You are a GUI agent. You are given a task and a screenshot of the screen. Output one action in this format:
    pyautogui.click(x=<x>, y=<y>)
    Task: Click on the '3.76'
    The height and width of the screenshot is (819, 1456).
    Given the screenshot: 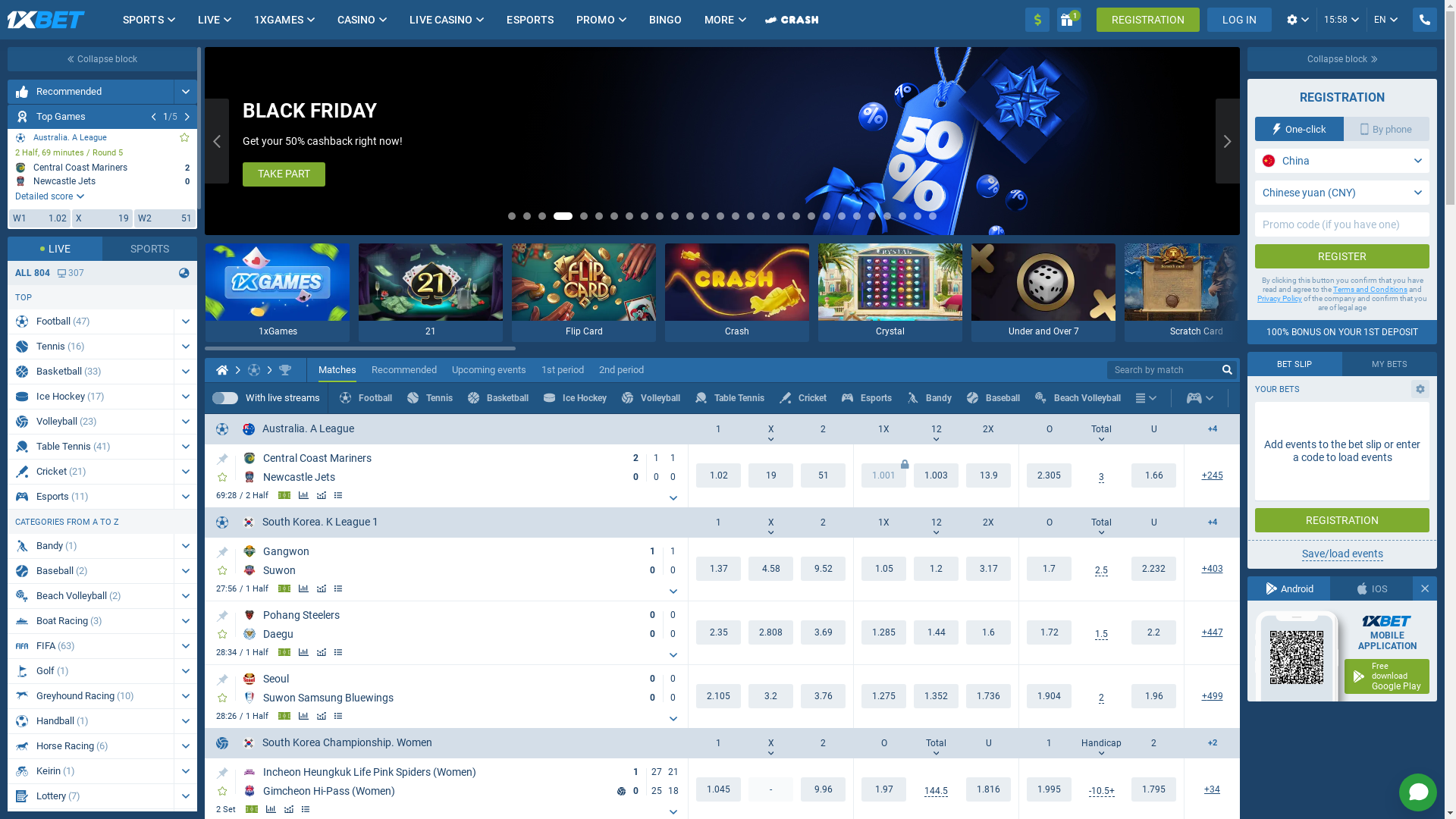 What is the action you would take?
    pyautogui.click(x=822, y=696)
    